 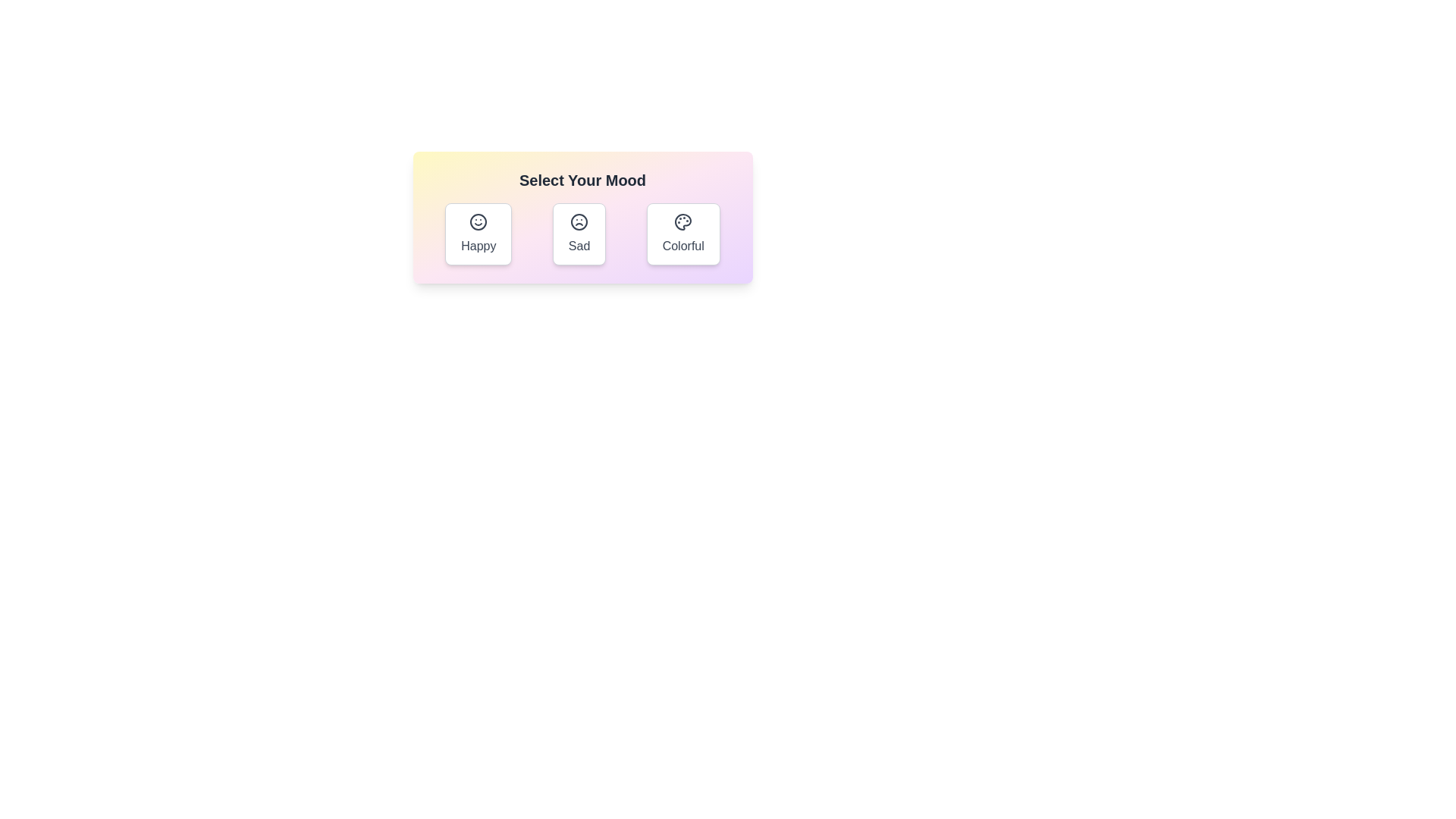 What do you see at coordinates (578, 234) in the screenshot?
I see `the mood button labeled Sad` at bounding box center [578, 234].